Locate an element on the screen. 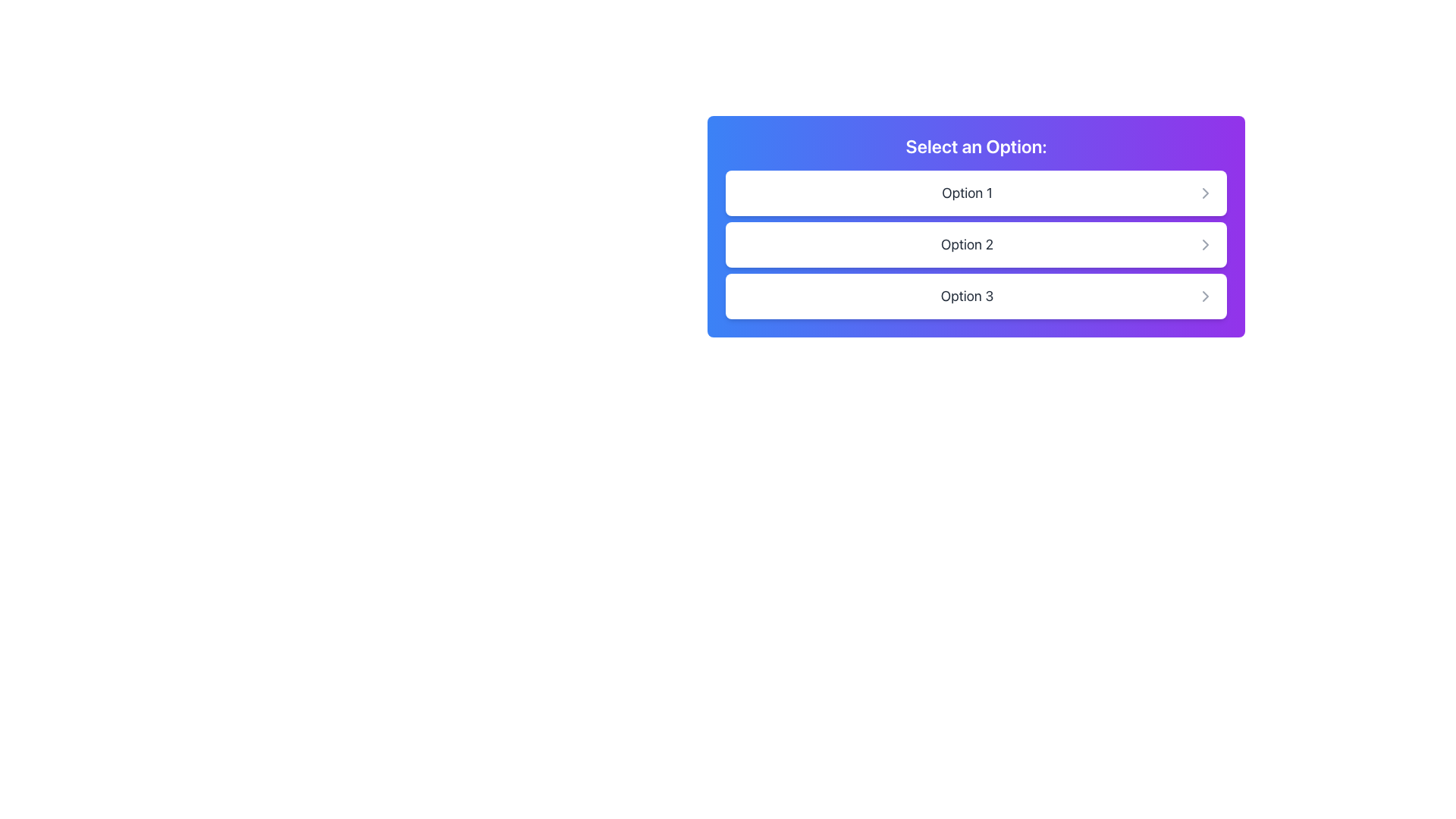 This screenshot has height=819, width=1456. the chevron-right icon (➤) located next to the text 'Option 3', which is the last icon in a vertical group of similar elements is located at coordinates (1204, 296).